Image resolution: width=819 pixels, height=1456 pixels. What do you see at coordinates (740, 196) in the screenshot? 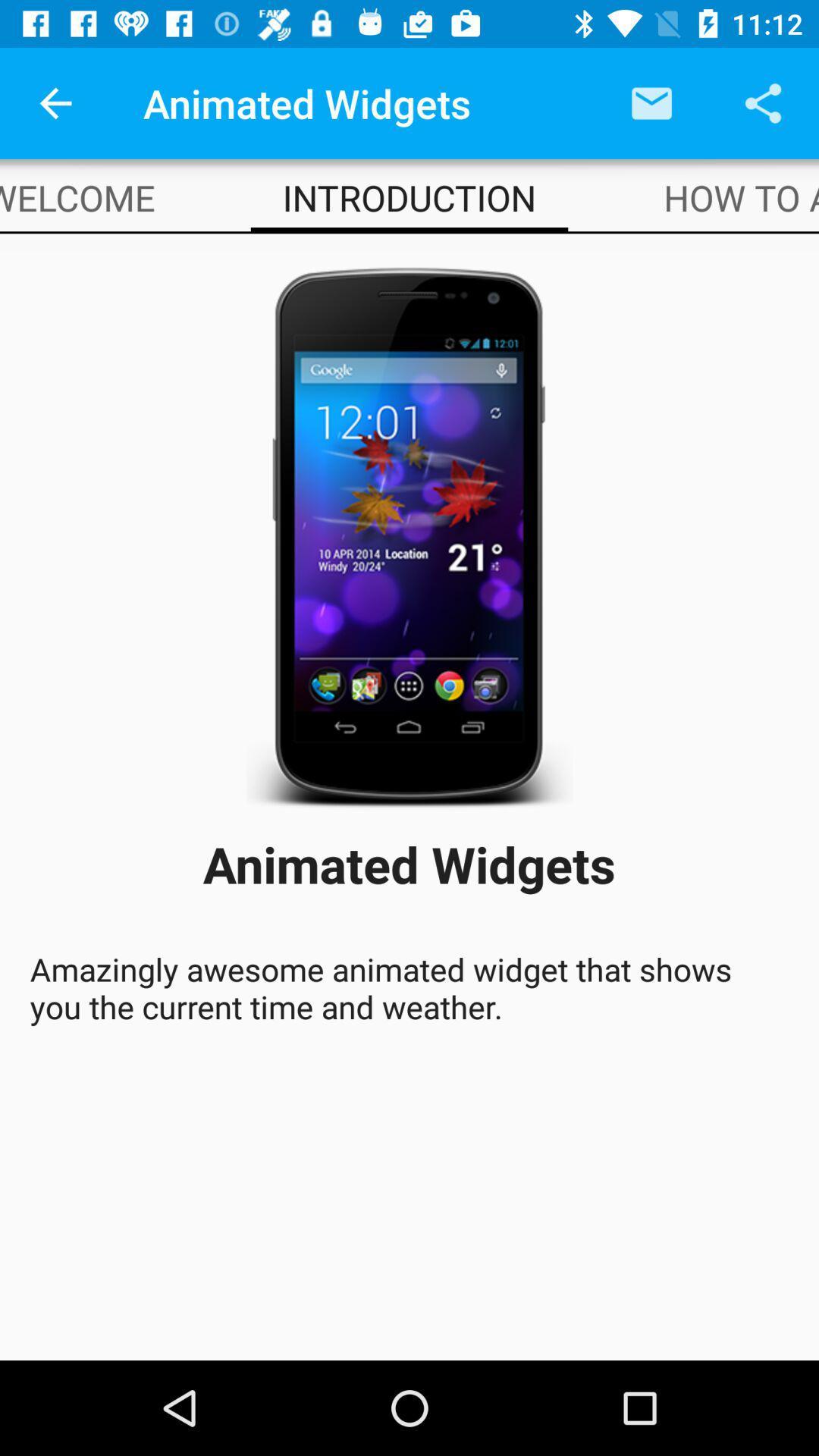
I see `icon to the right of the introduction item` at bounding box center [740, 196].